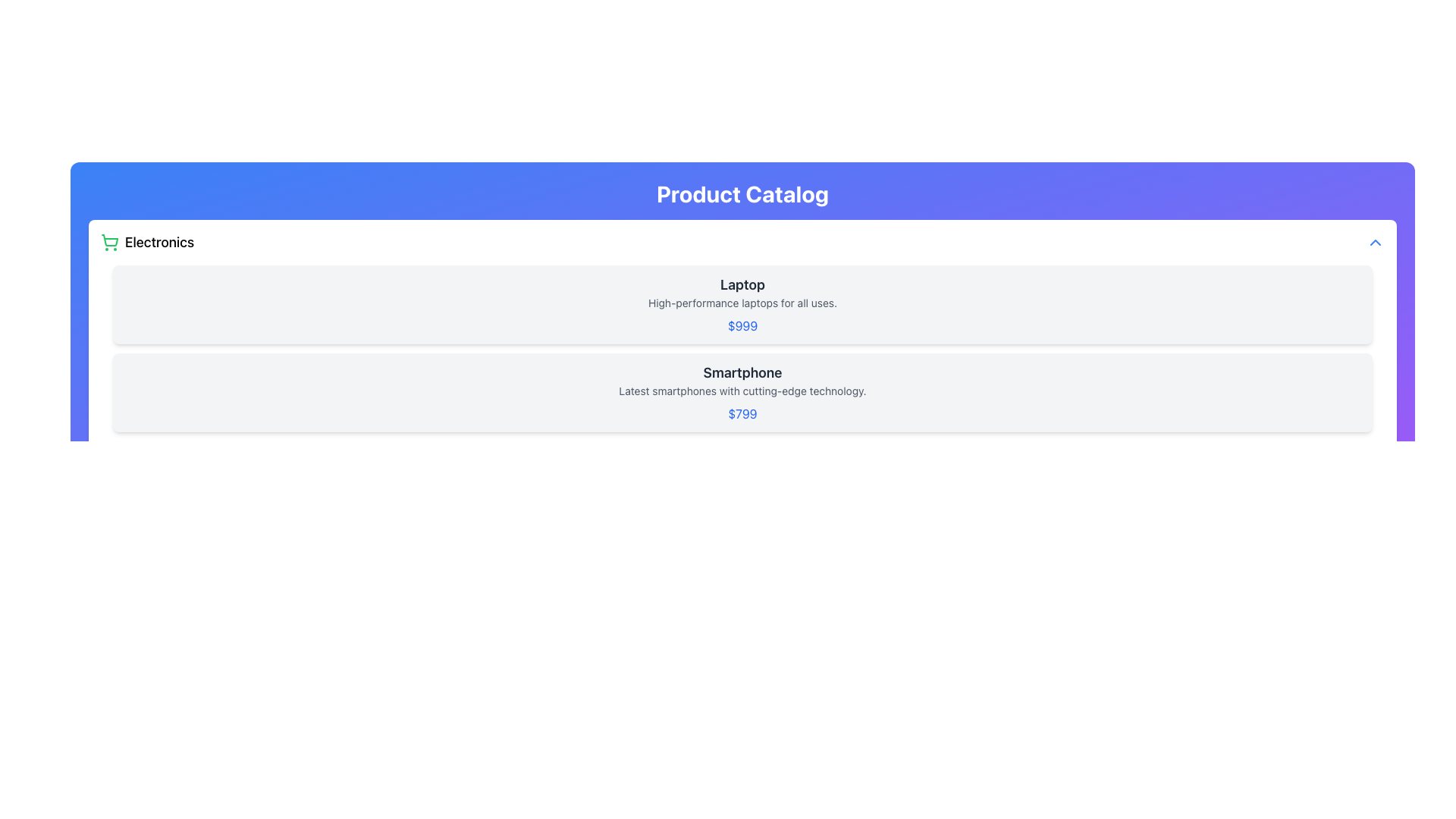  Describe the element at coordinates (742, 325) in the screenshot. I see `price displayed in the Text Label showing '$999' in blue font, positioned below the product description of 'Laptop'` at that location.